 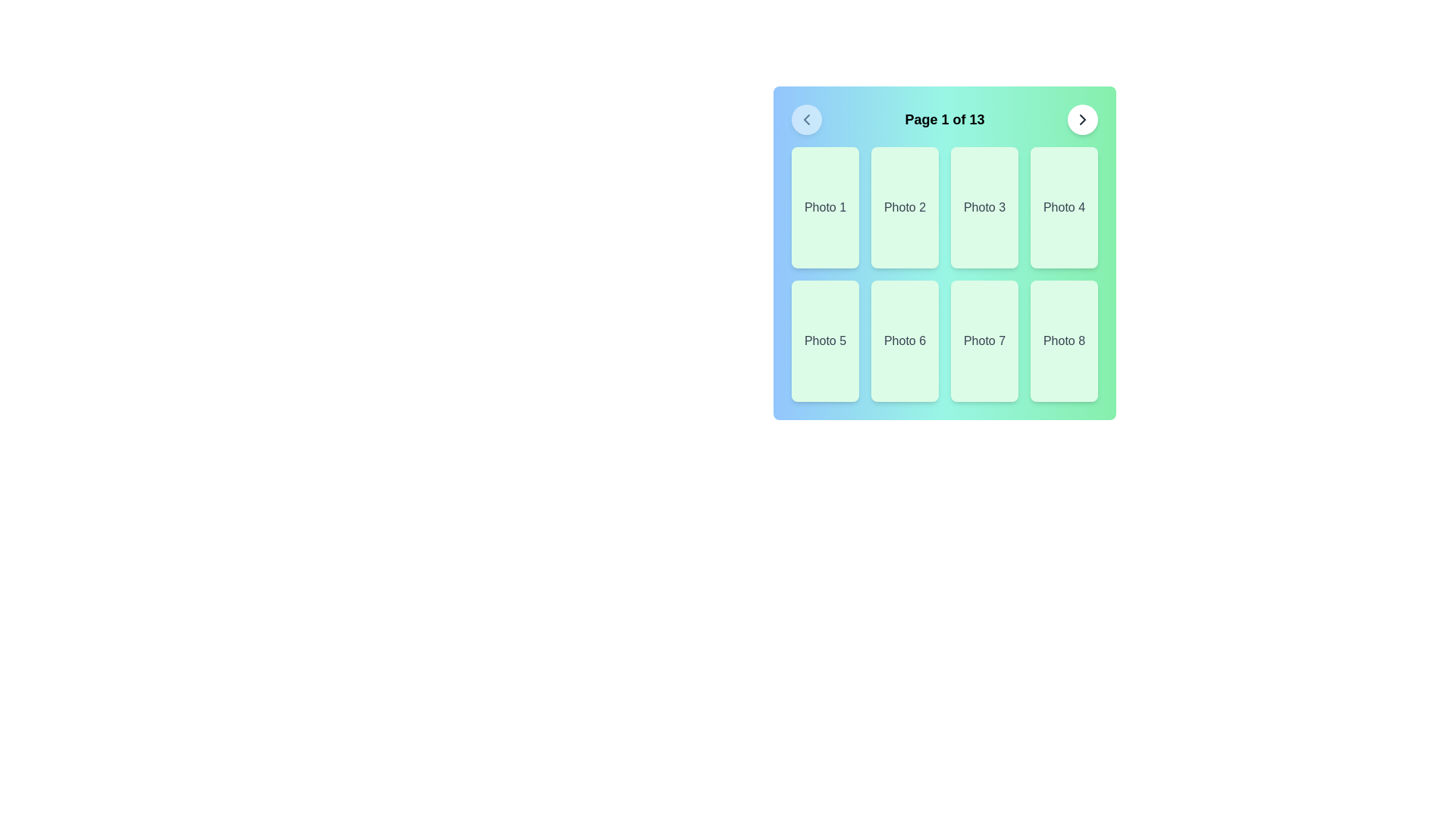 I want to click on the card component with the light green background and the text 'Photo 7' located in the second row and third column of the grid layout, so click(x=984, y=341).